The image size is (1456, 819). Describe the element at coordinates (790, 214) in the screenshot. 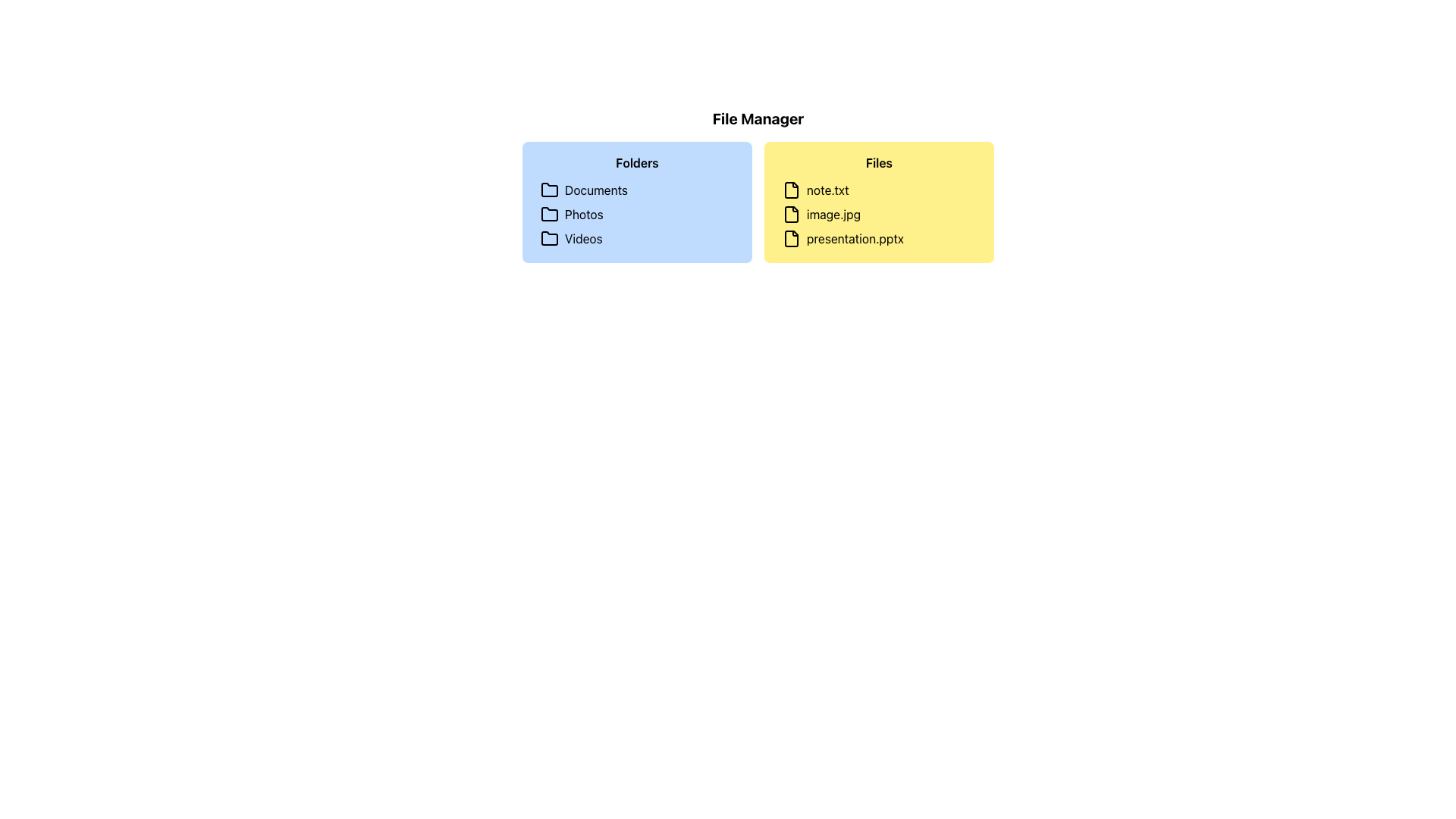

I see `the document file icon located in the 'Files' section, positioned immediately to the left of the text 'image.jpg'` at that location.